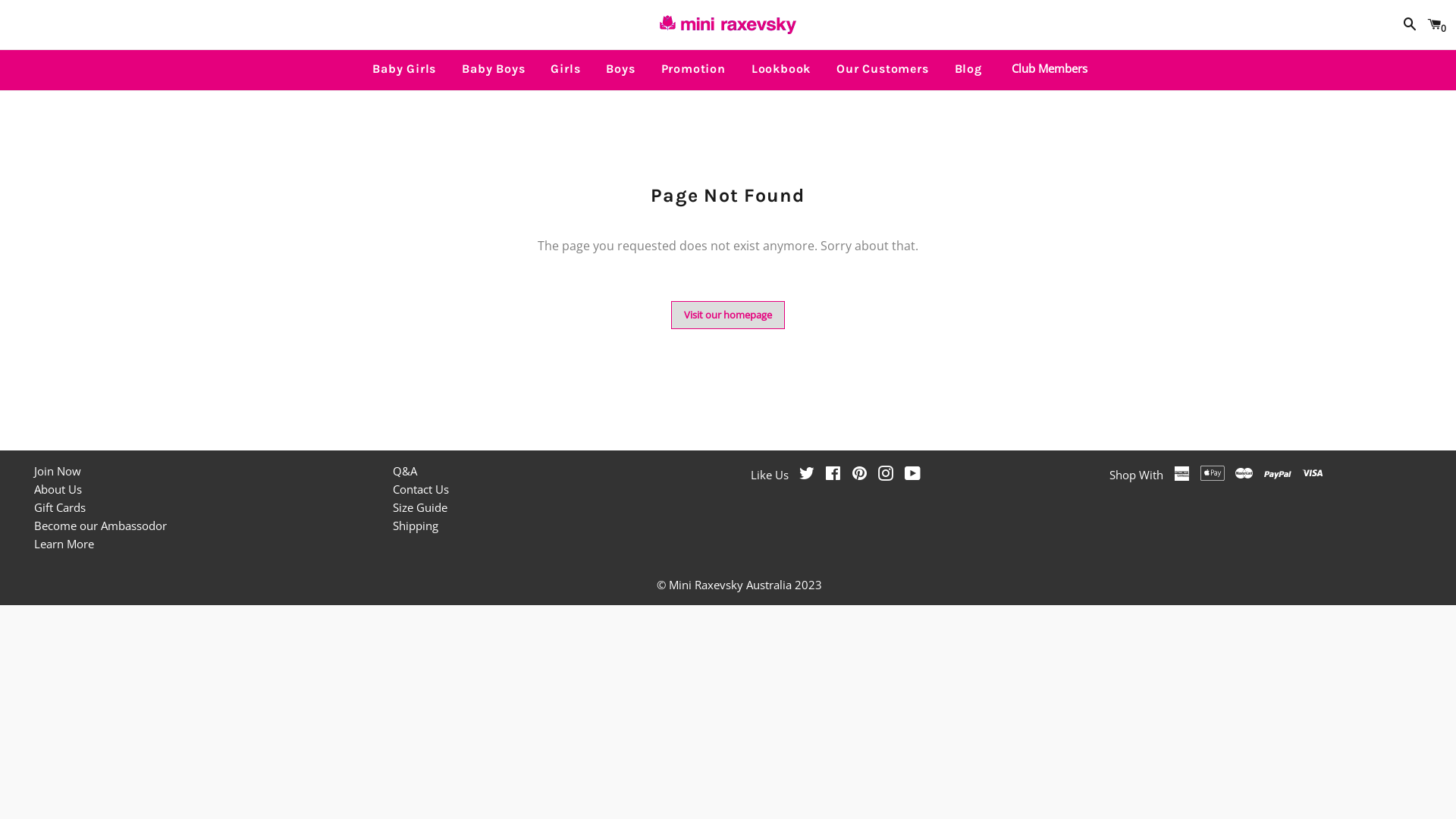  Describe the element at coordinates (882, 69) in the screenshot. I see `'Our Customers'` at that location.